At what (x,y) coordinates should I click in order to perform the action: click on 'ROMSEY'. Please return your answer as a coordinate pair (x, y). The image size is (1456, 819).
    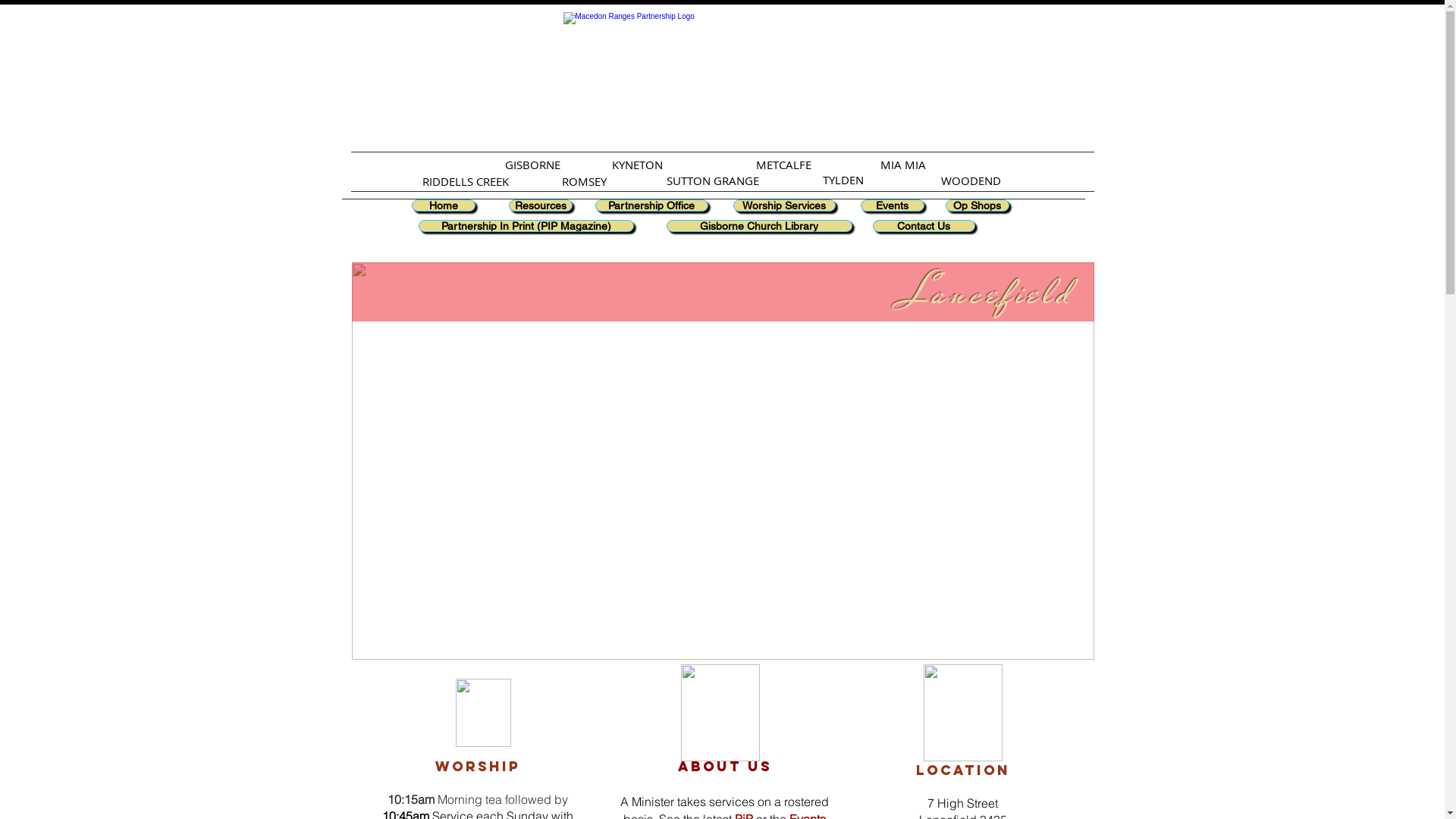
    Looking at the image, I should click on (582, 180).